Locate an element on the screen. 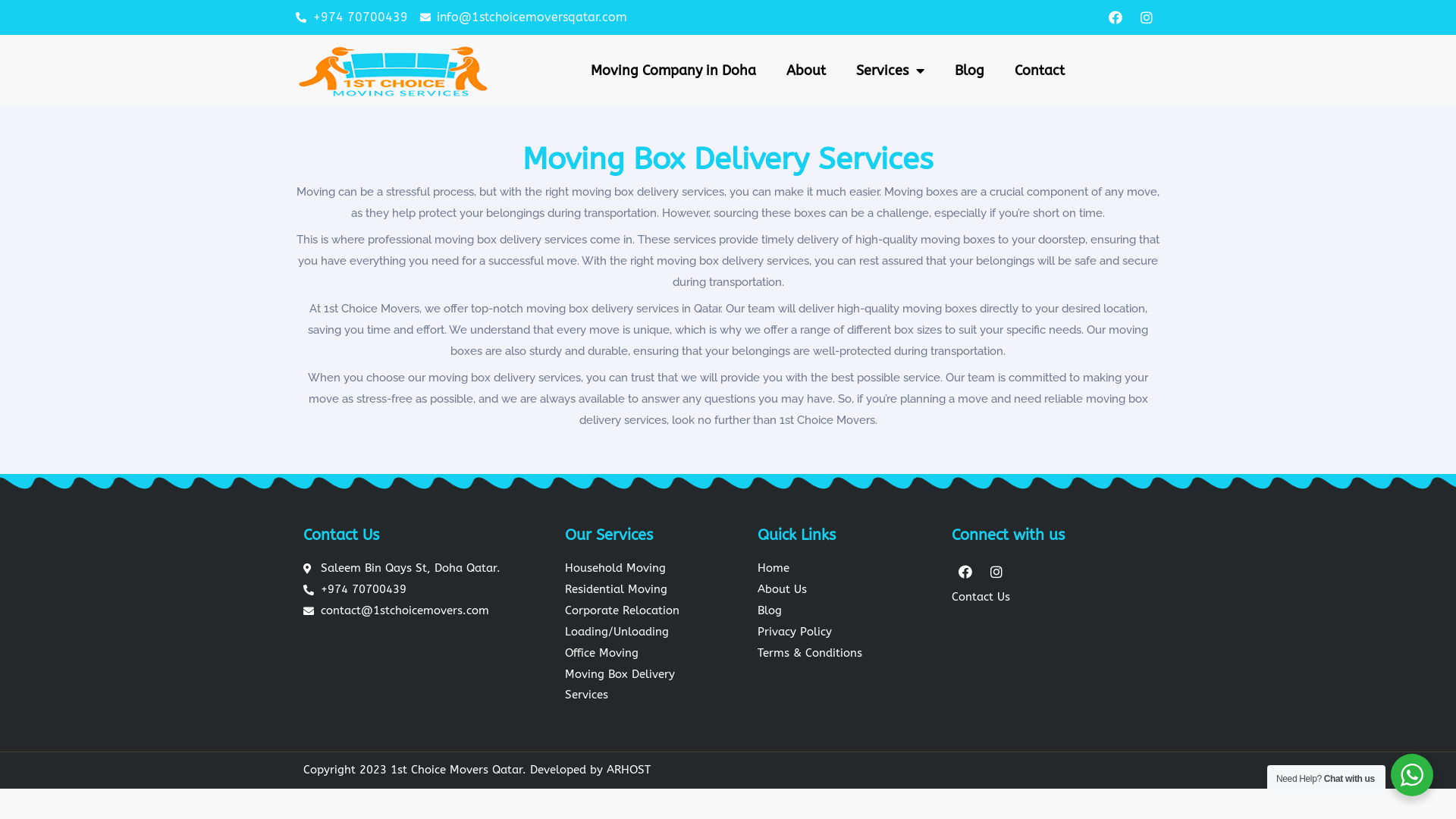  'Household Moving' is located at coordinates (642, 568).